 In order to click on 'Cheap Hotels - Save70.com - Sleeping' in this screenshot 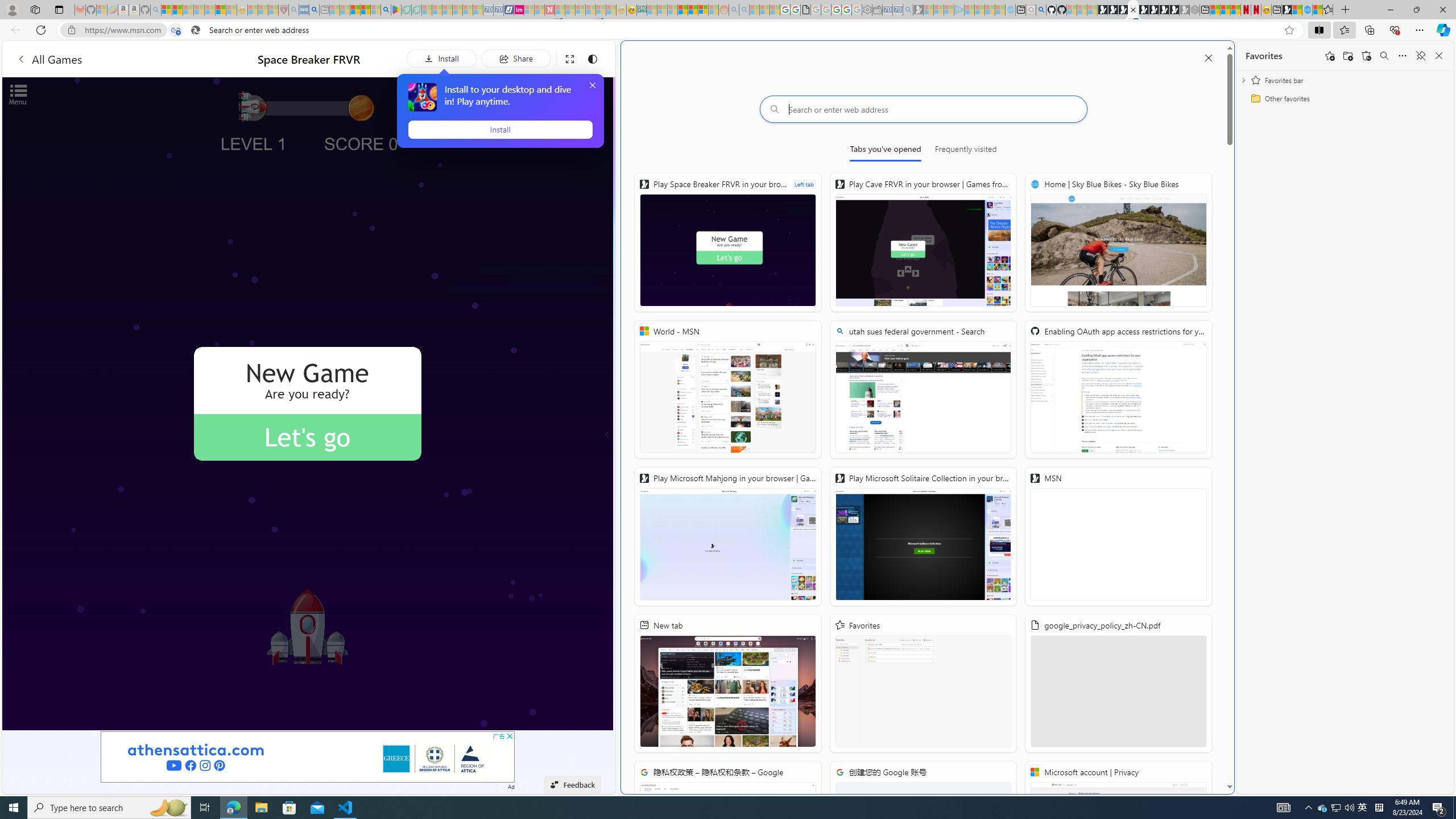, I will do `click(498, 9)`.